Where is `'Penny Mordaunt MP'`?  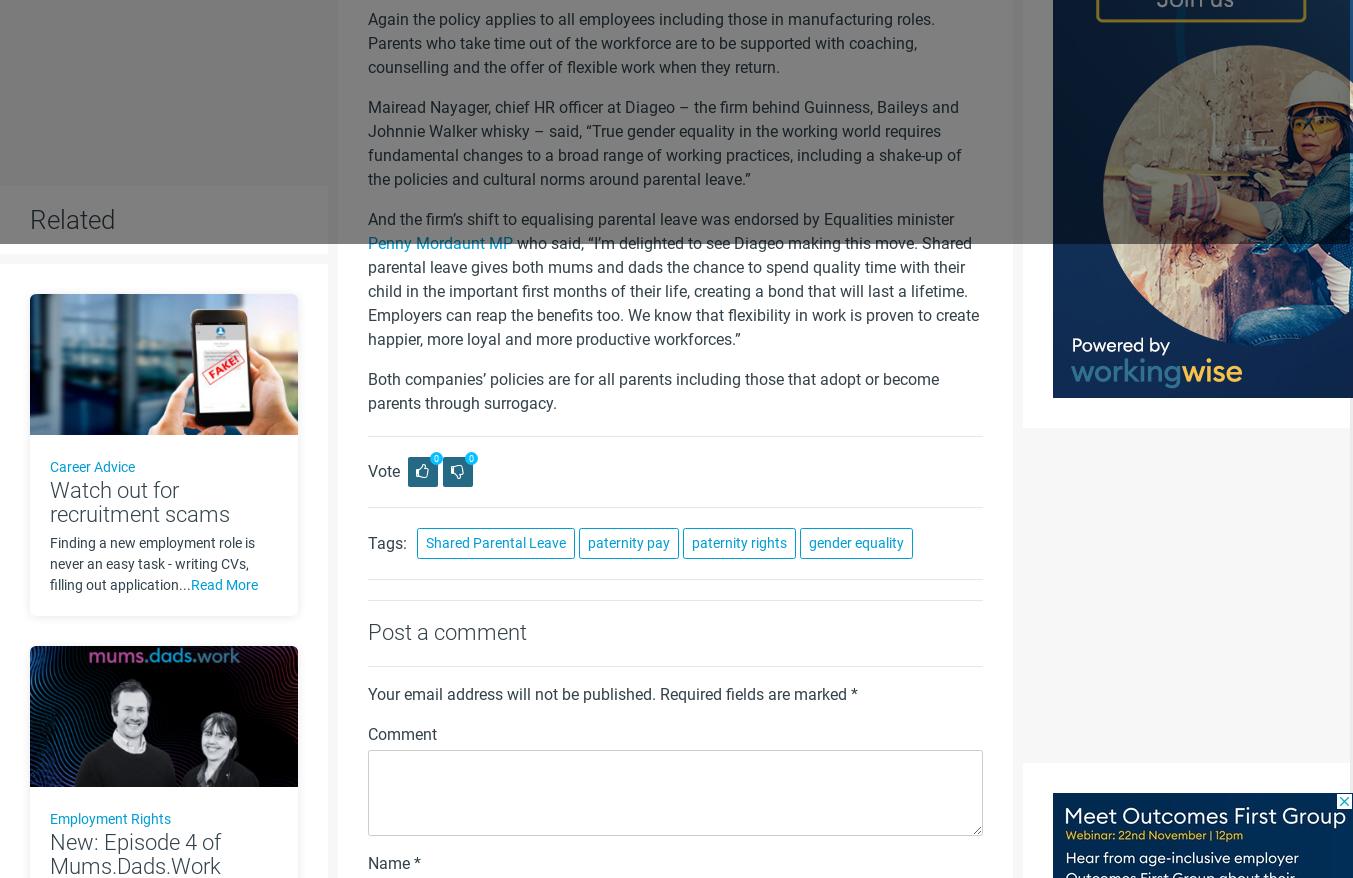 'Penny Mordaunt MP' is located at coordinates (365, 243).